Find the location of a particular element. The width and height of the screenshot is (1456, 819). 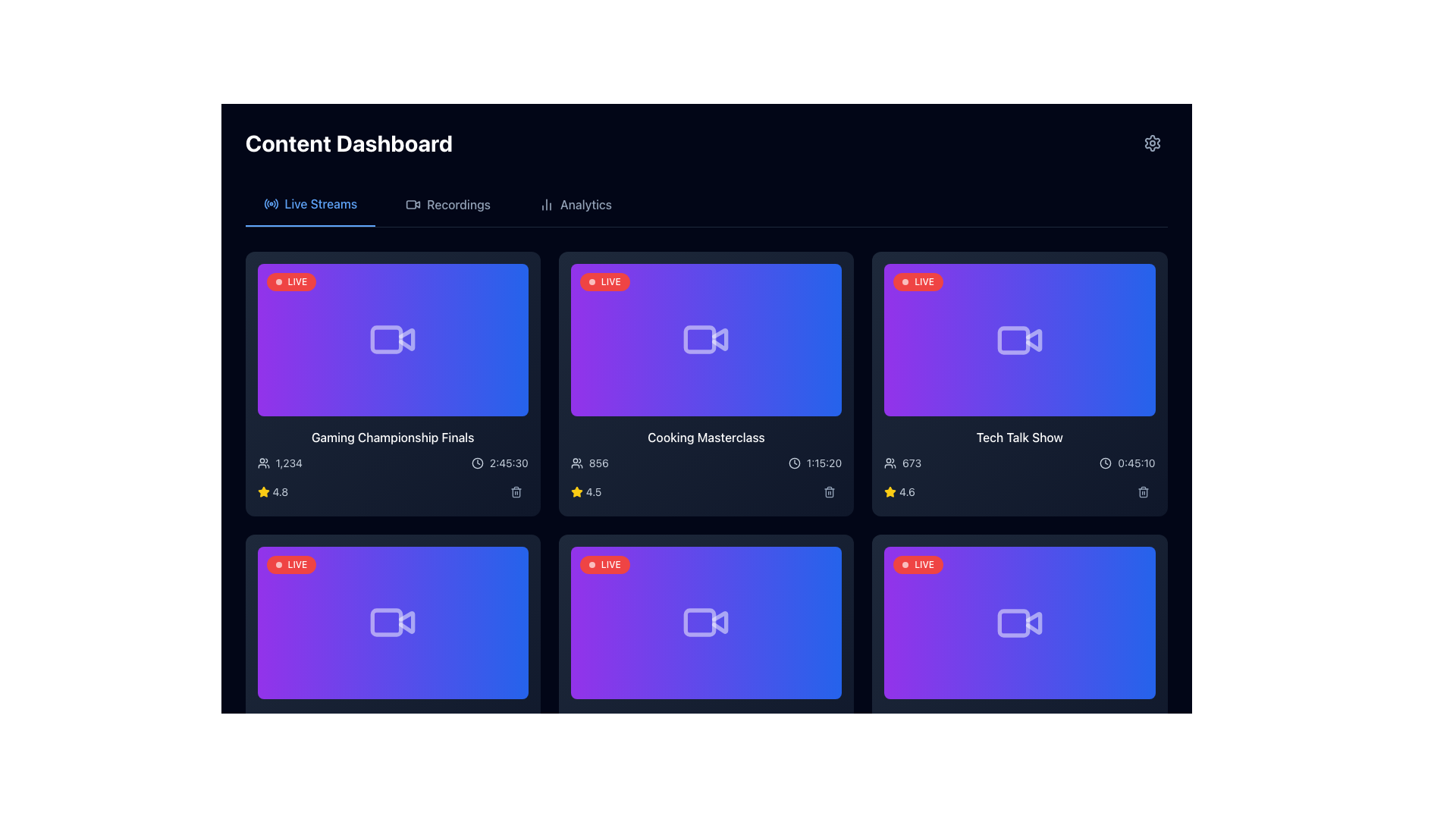

value displayed in the text label showing '856', which is positioned in the Cooking Masterclass section on the dashboard, adjacent to a user icon is located at coordinates (598, 462).